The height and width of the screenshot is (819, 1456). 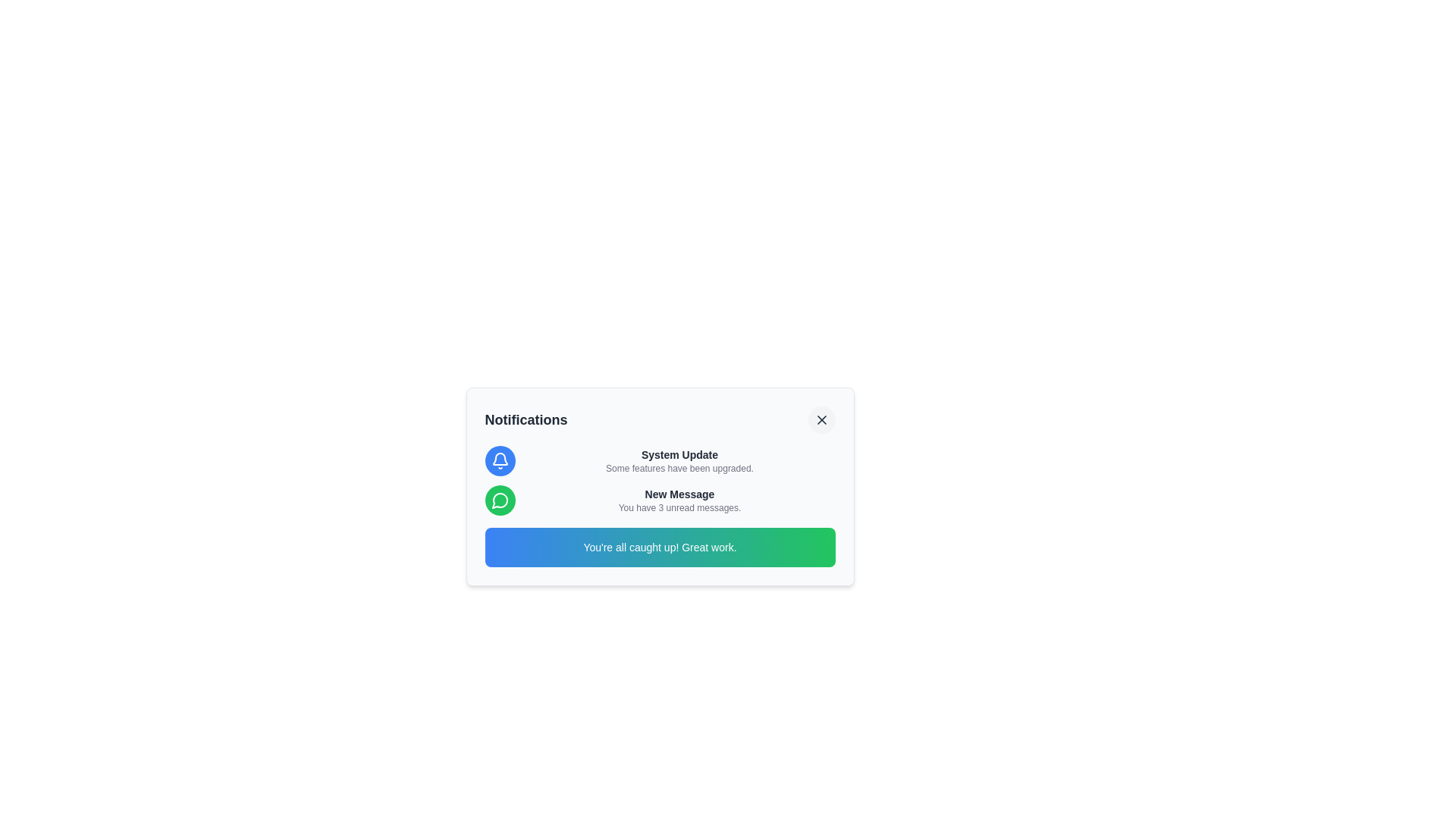 What do you see at coordinates (660, 547) in the screenshot?
I see `the Informational Message Box with the text 'You're all caught up! Great work.' which is located at the bottom of the Notifications card layout` at bounding box center [660, 547].